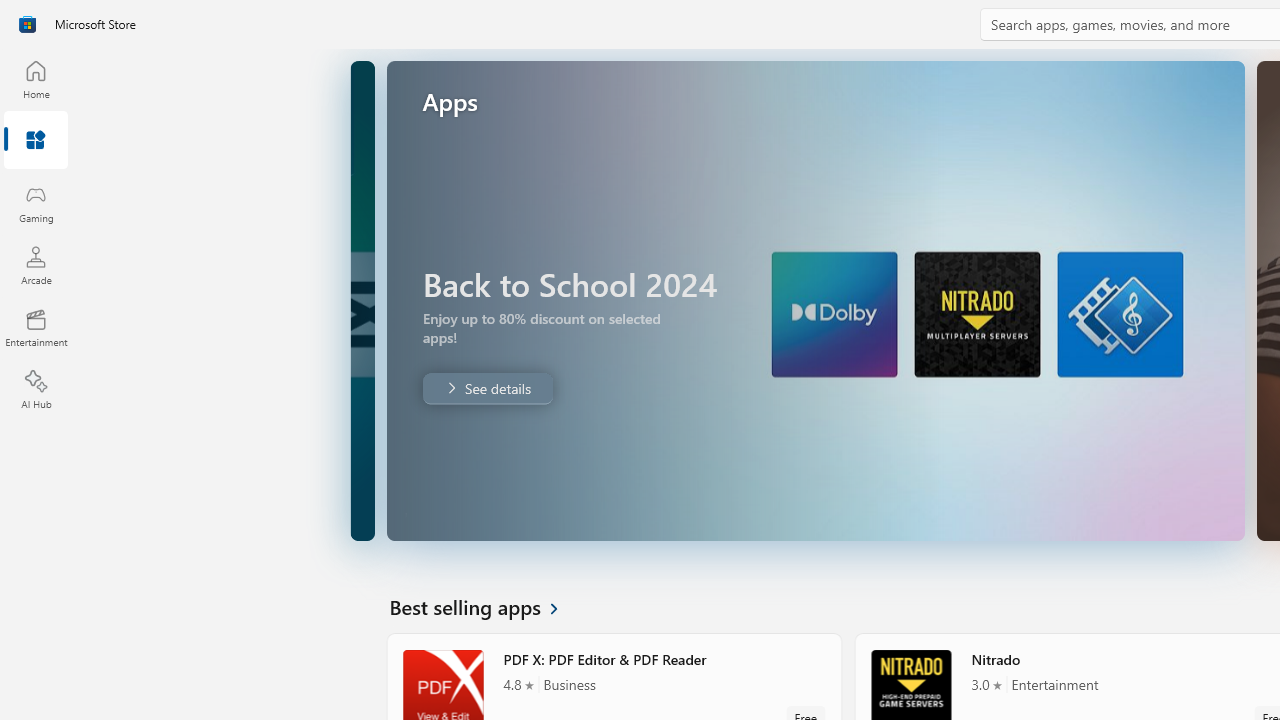 This screenshot has height=720, width=1280. What do you see at coordinates (814, 300) in the screenshot?
I see `'AutomationID: Image'` at bounding box center [814, 300].